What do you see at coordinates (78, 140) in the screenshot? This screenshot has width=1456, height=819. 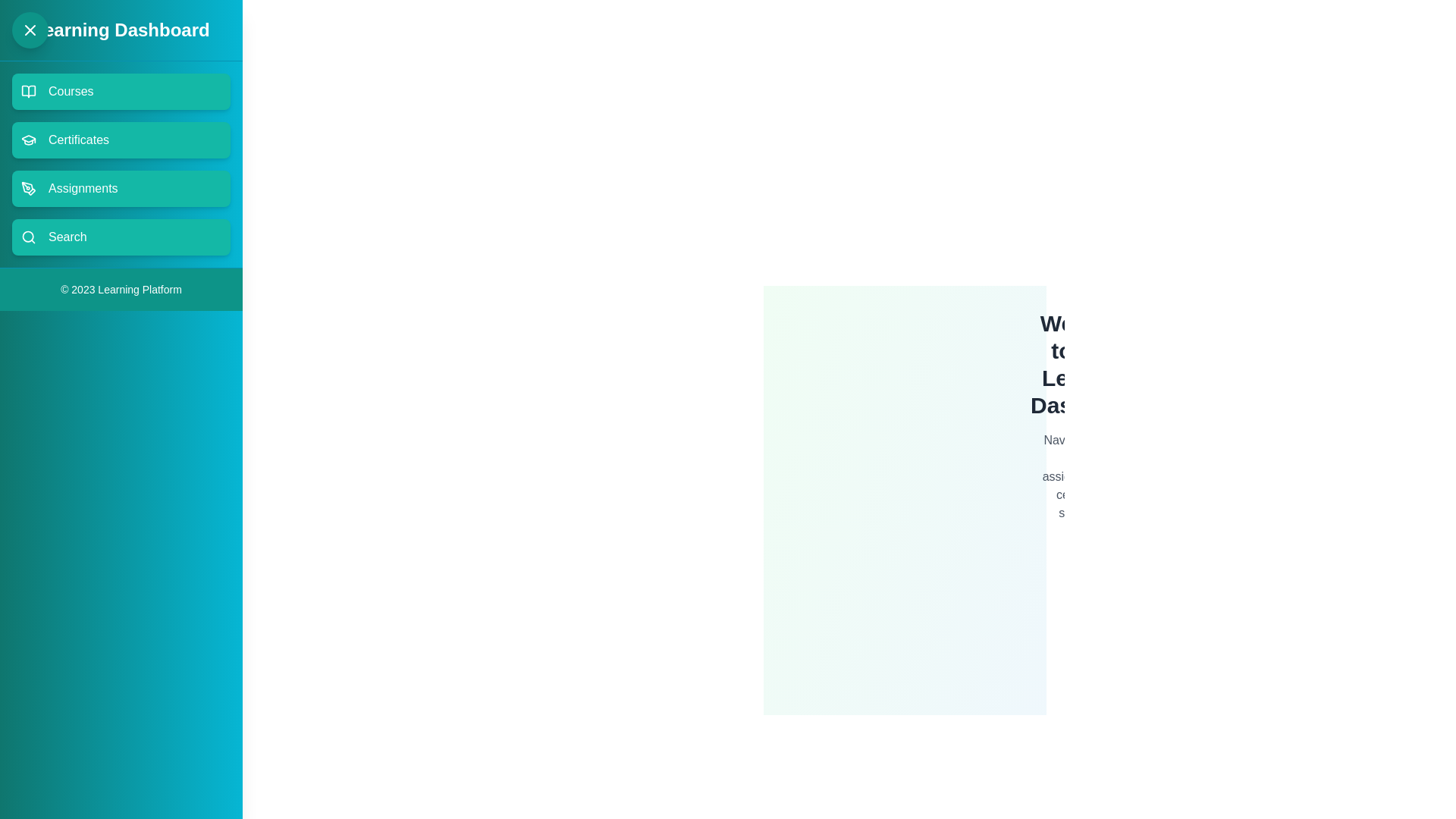 I see `the navigation button labeled 'Certificates' located in the sidebar menu, which is the second item from the top and has a graduation cap icon to its left` at bounding box center [78, 140].